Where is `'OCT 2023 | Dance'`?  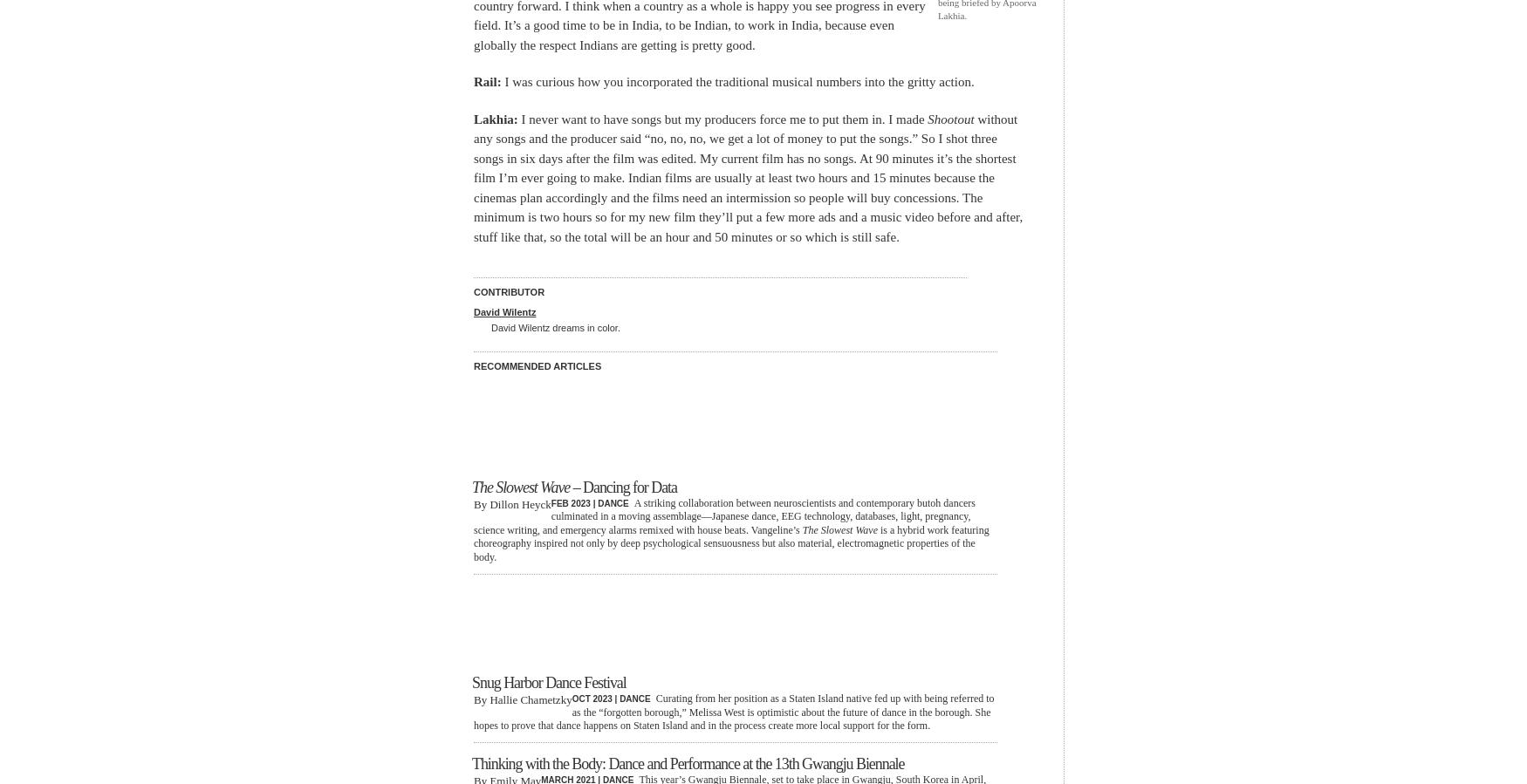 'OCT 2023 | Dance' is located at coordinates (611, 699).